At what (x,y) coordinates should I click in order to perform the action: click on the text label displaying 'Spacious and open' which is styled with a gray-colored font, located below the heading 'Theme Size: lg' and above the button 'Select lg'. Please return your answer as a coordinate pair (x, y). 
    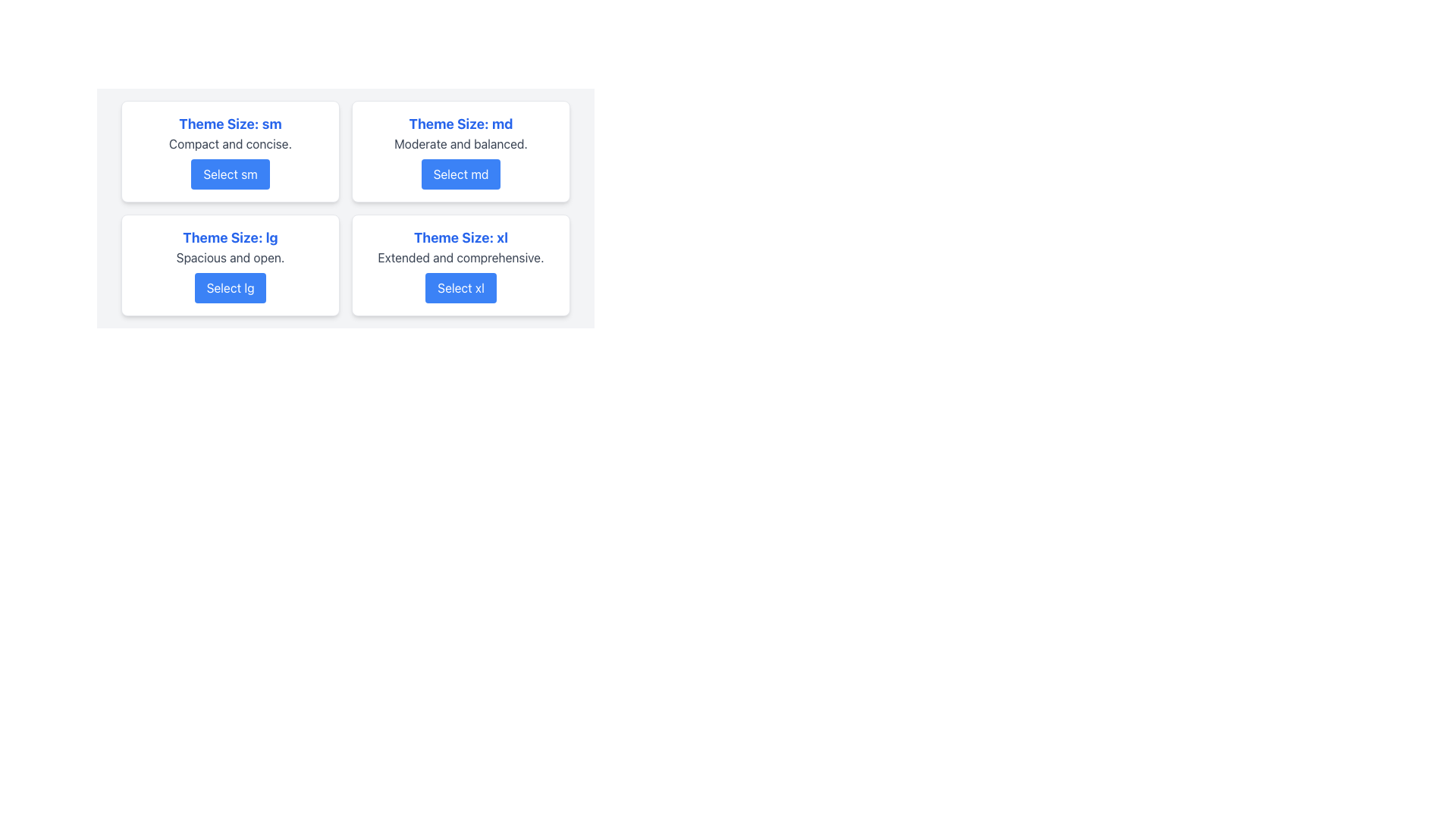
    Looking at the image, I should click on (229, 256).